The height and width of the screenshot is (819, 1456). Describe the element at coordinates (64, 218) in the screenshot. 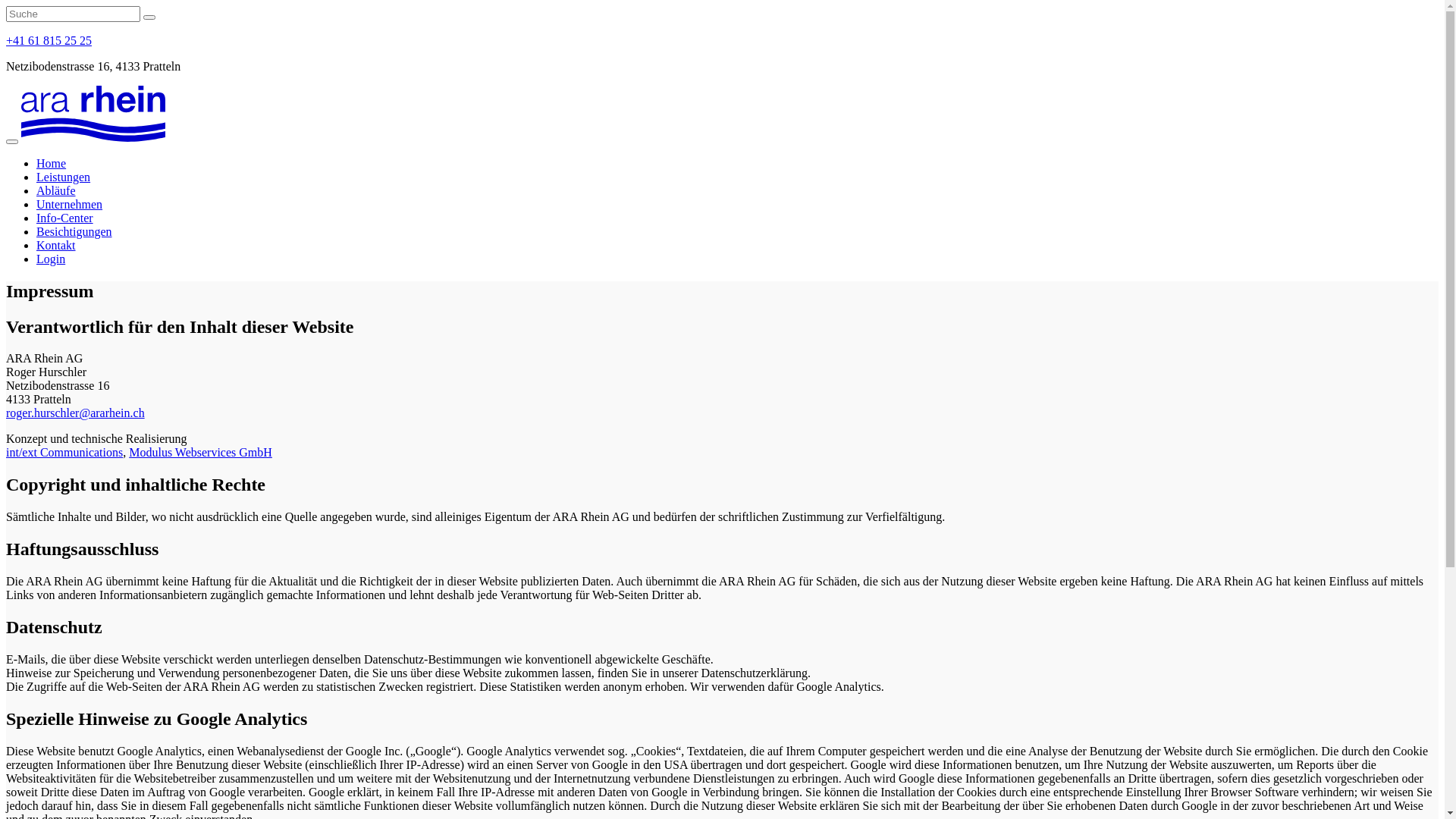

I see `'Info-Center'` at that location.